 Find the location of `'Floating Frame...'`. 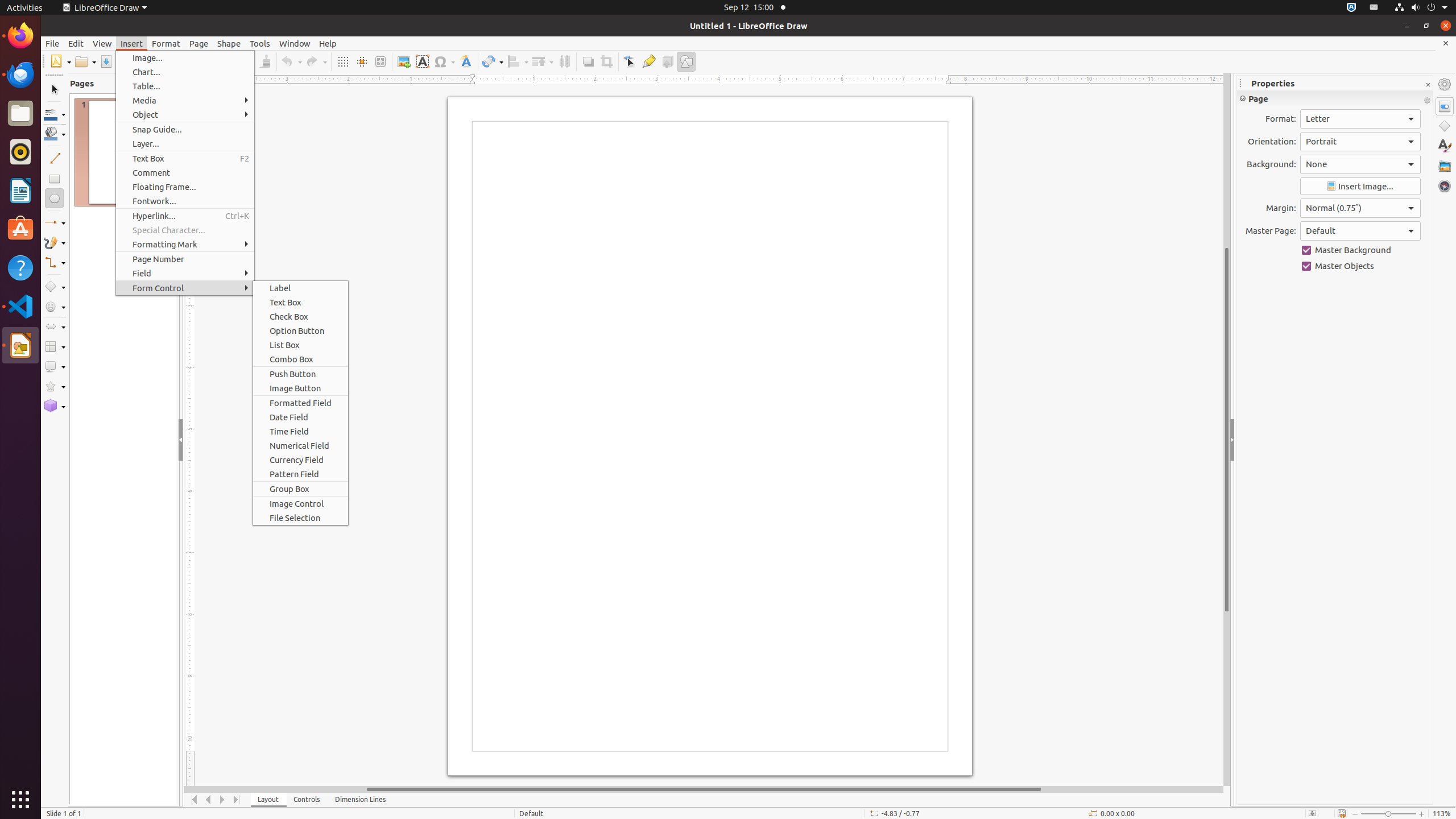

'Floating Frame...' is located at coordinates (185, 187).